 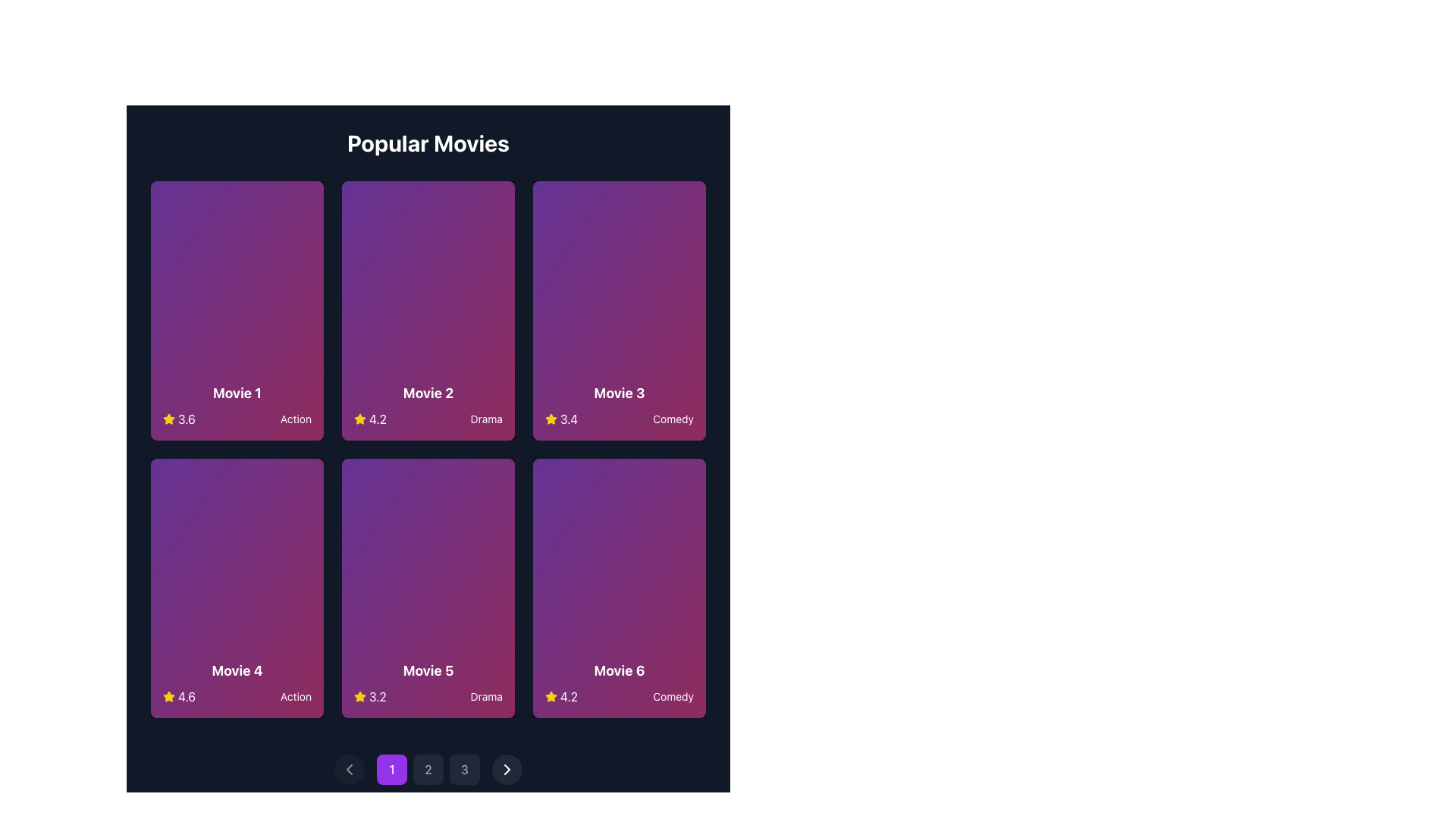 I want to click on the fourth movie presentation card located in the grid layout, so click(x=236, y=587).